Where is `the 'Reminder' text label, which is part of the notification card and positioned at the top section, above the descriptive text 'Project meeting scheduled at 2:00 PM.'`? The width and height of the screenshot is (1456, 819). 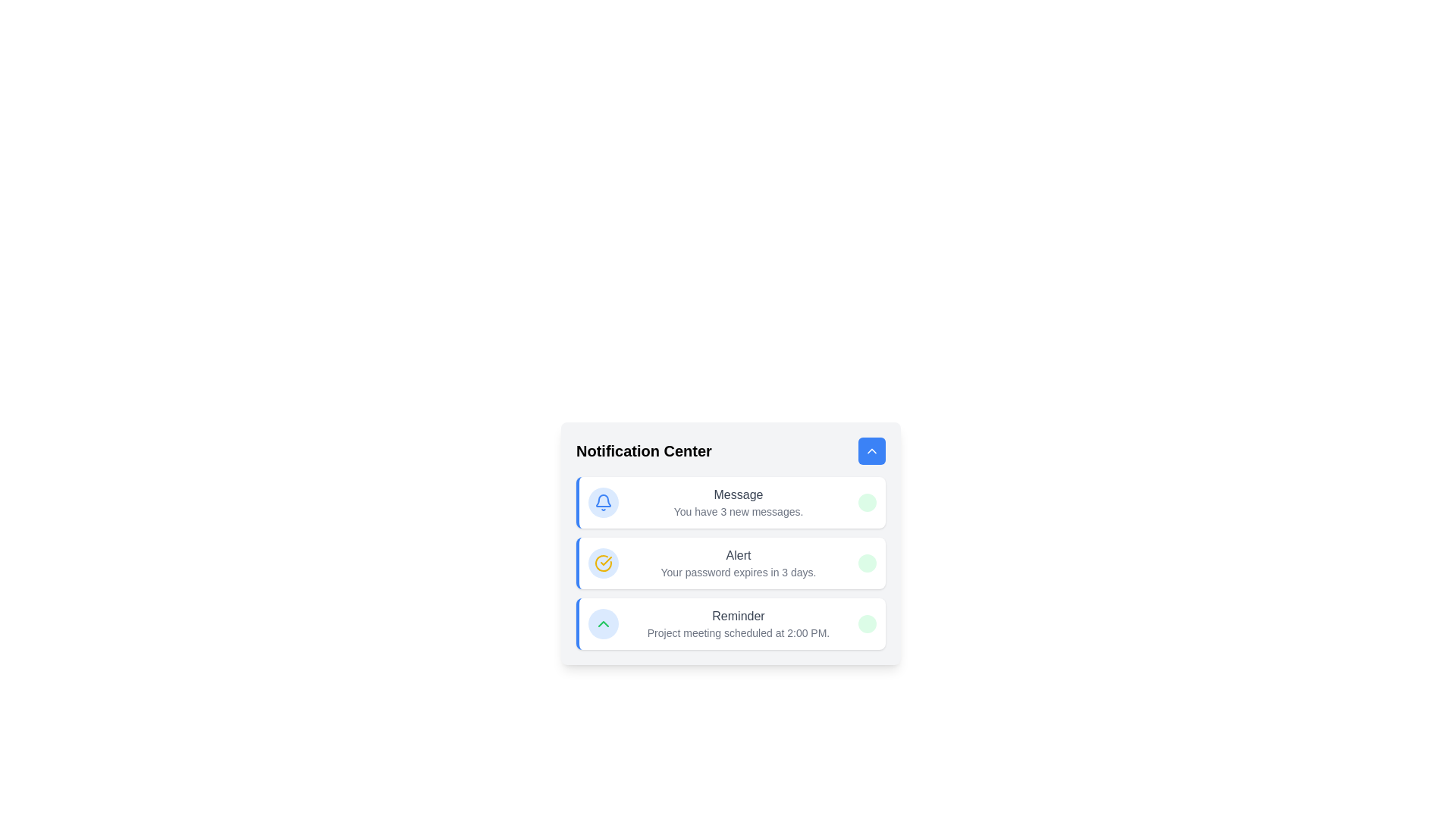 the 'Reminder' text label, which is part of the notification card and positioned at the top section, above the descriptive text 'Project meeting scheduled at 2:00 PM.' is located at coordinates (739, 617).